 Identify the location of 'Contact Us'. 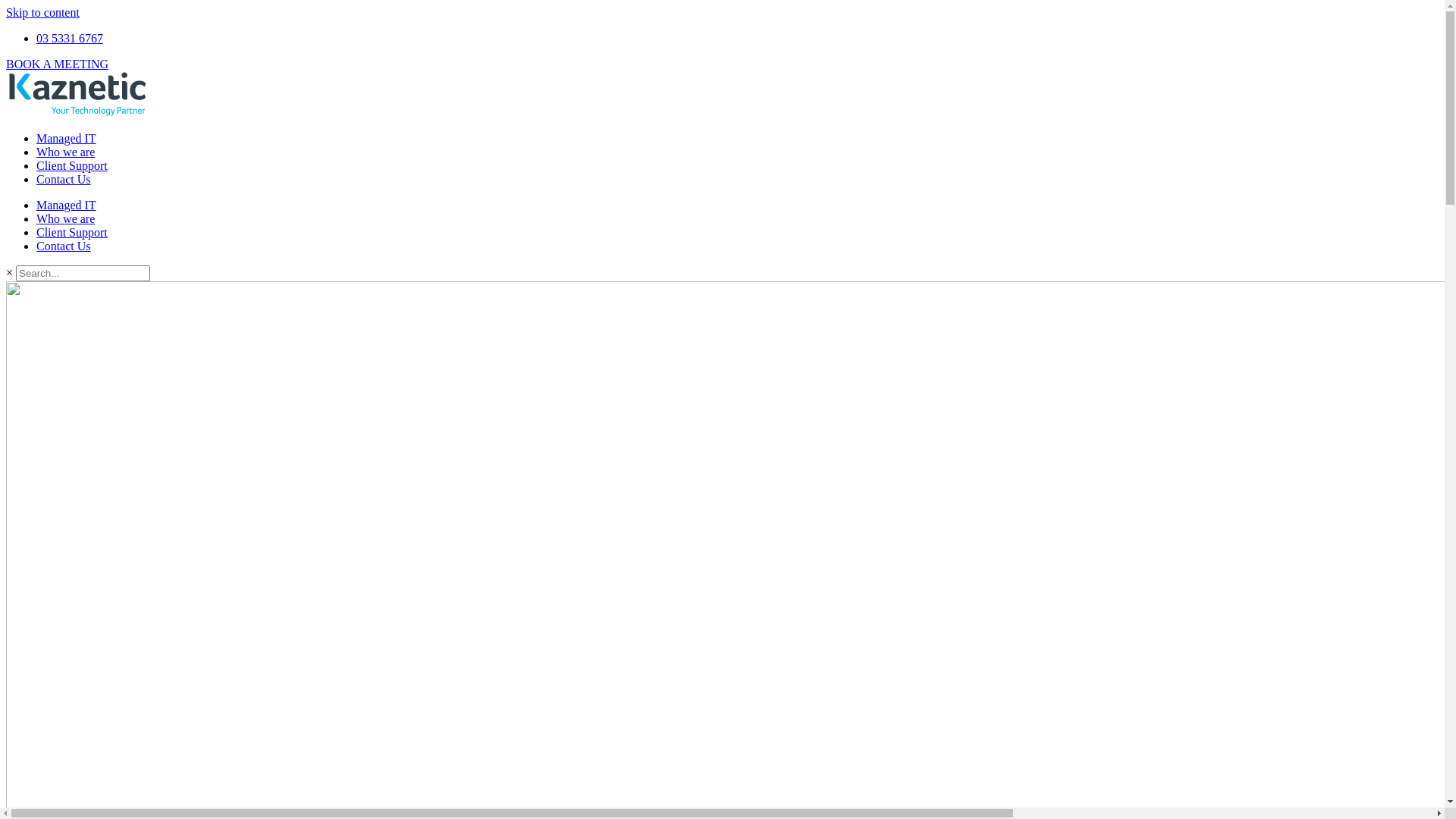
(62, 245).